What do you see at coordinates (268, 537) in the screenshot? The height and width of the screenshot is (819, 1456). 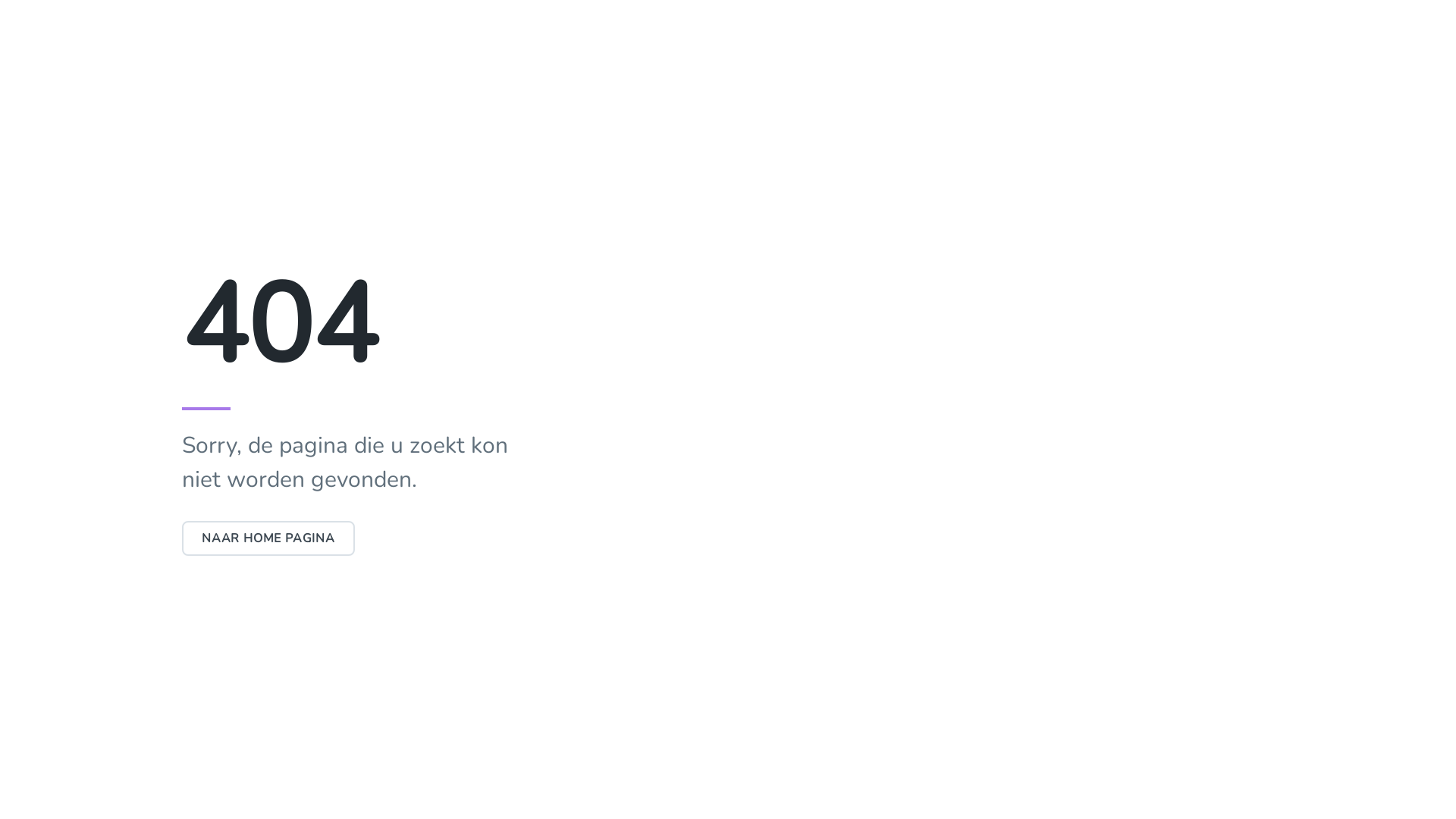 I see `'NAAR HOME PAGINA'` at bounding box center [268, 537].